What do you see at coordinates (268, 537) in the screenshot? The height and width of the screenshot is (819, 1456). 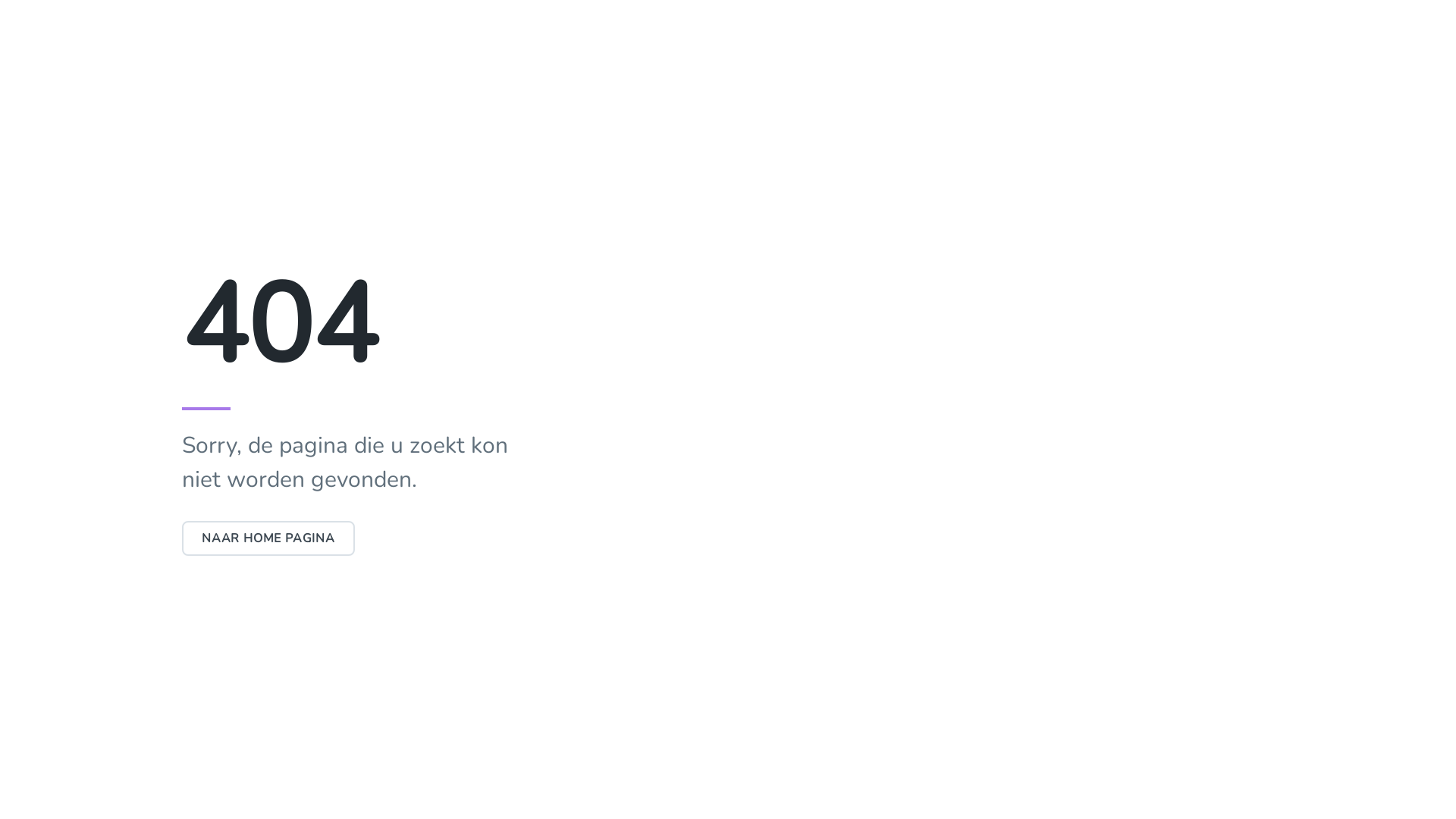 I see `'NAAR HOME PAGINA'` at bounding box center [268, 537].